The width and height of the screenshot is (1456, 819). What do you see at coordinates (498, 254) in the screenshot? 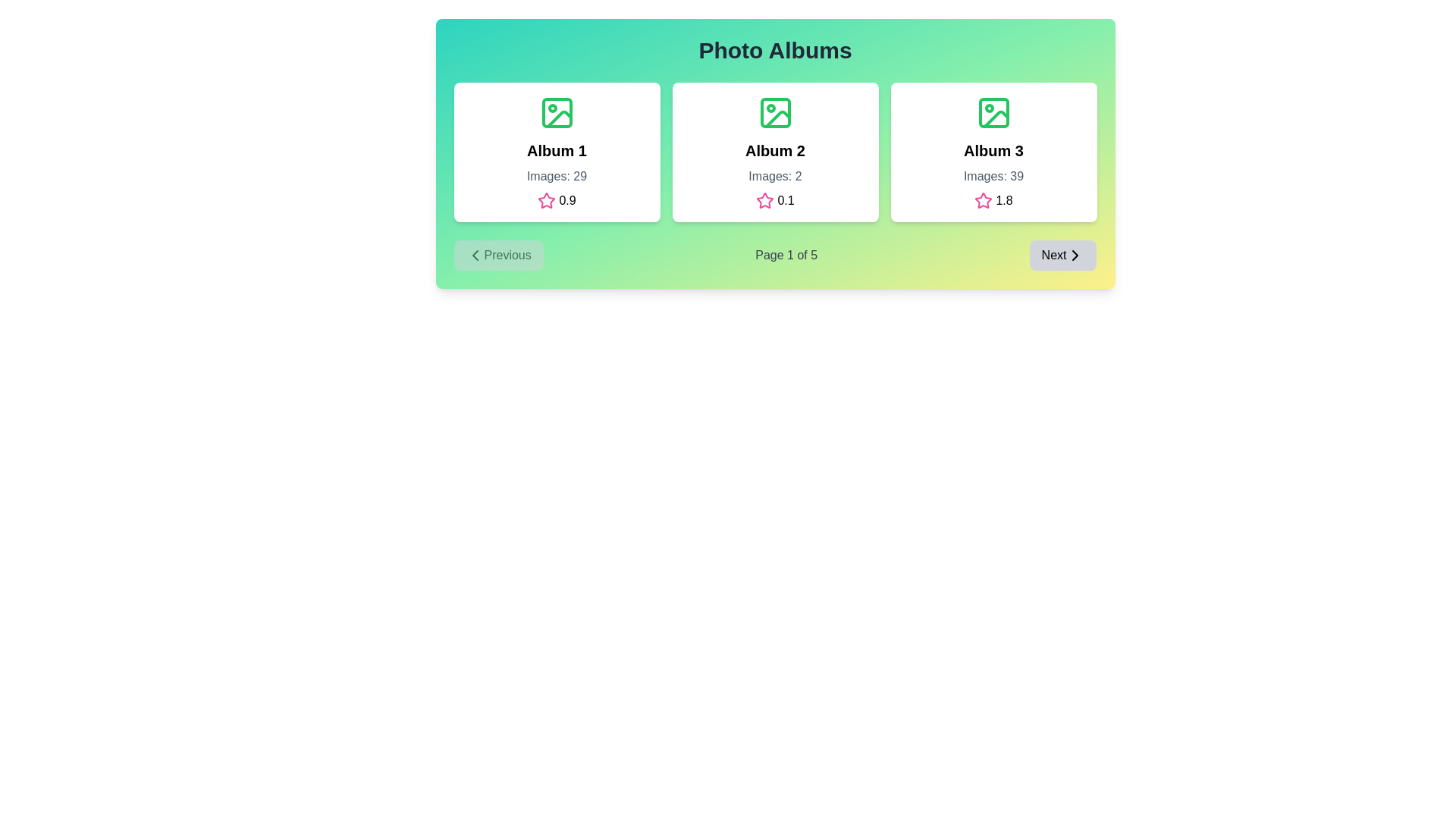
I see `the 'Previous' button in the pagination section below the 'Photo Albums' gallery` at bounding box center [498, 254].